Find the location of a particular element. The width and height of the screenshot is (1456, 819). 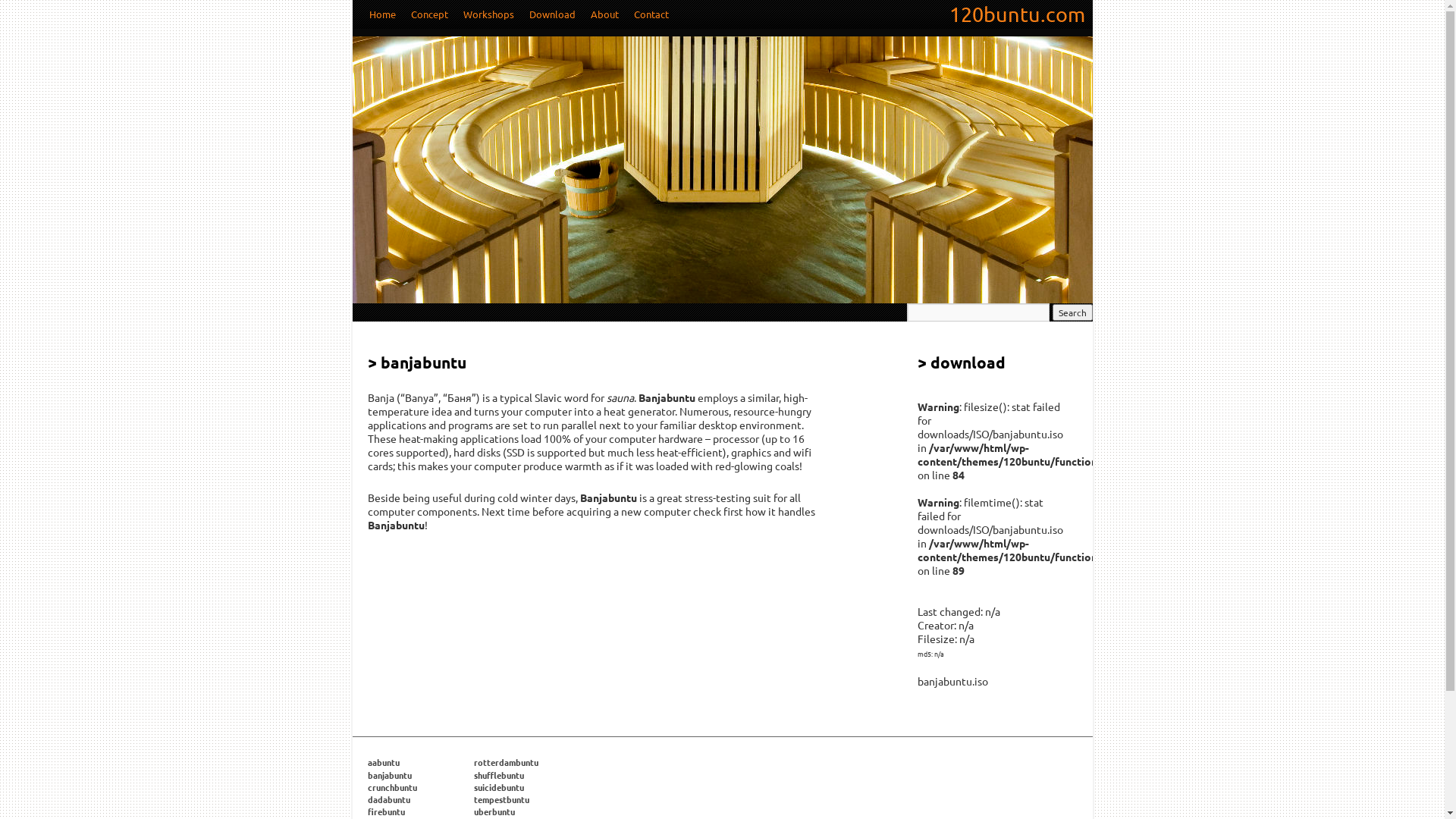

'tempestbuntu' is located at coordinates (500, 798).